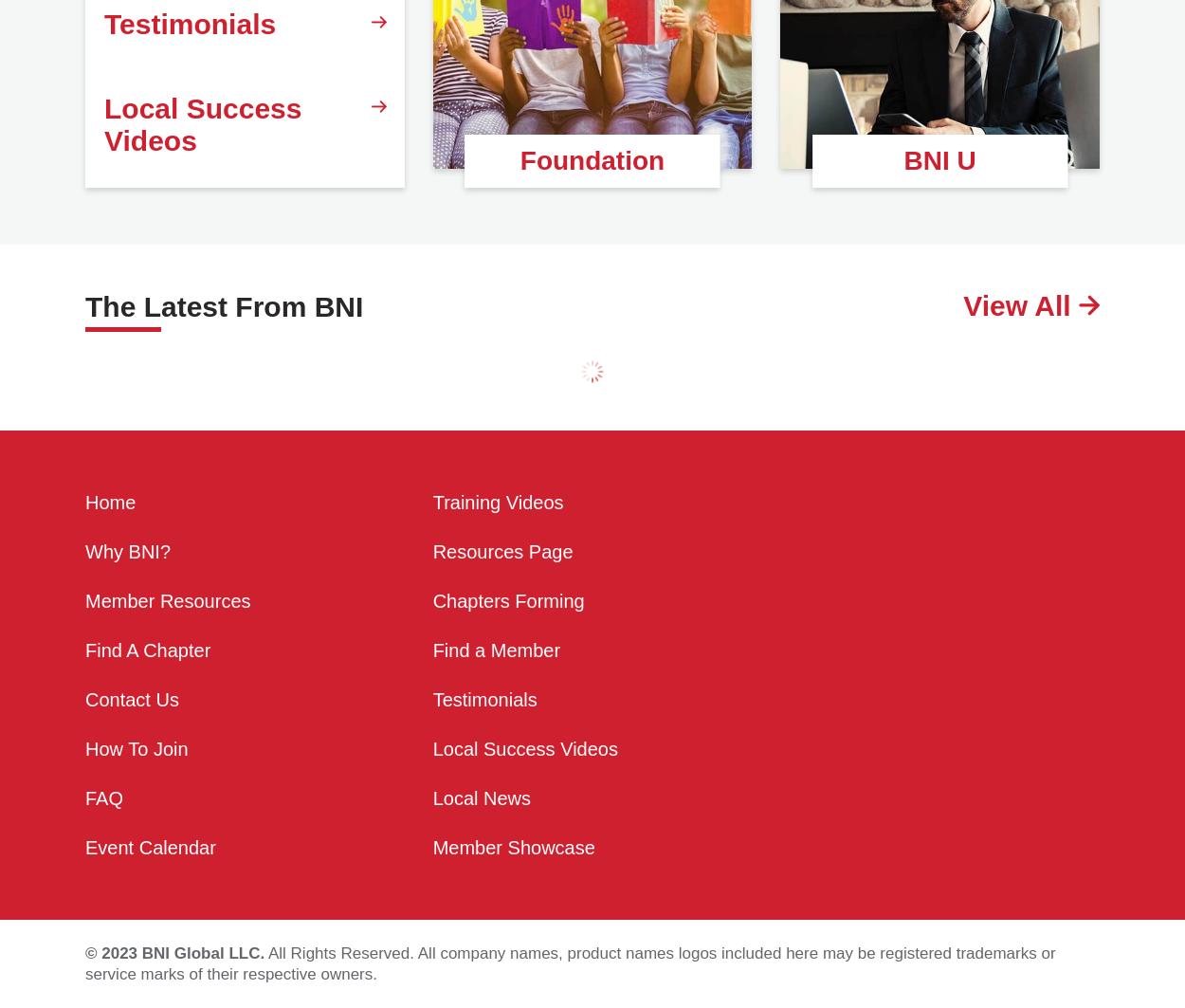 Image resolution: width=1185 pixels, height=1008 pixels. I want to click on 'Wed, 03 May 2023', so click(607, 508).